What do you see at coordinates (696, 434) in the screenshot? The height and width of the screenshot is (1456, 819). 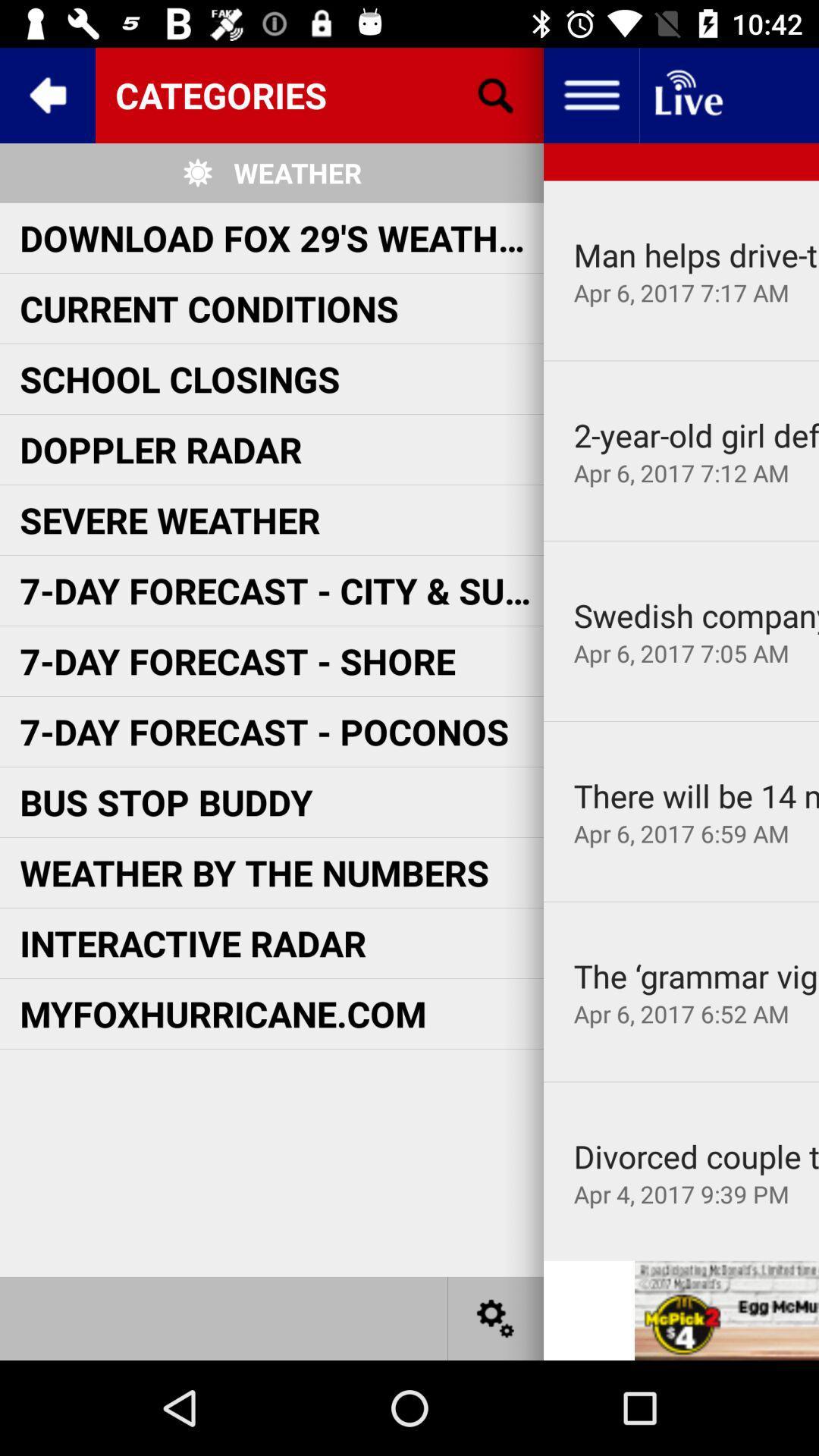 I see `the 2 year old item` at bounding box center [696, 434].